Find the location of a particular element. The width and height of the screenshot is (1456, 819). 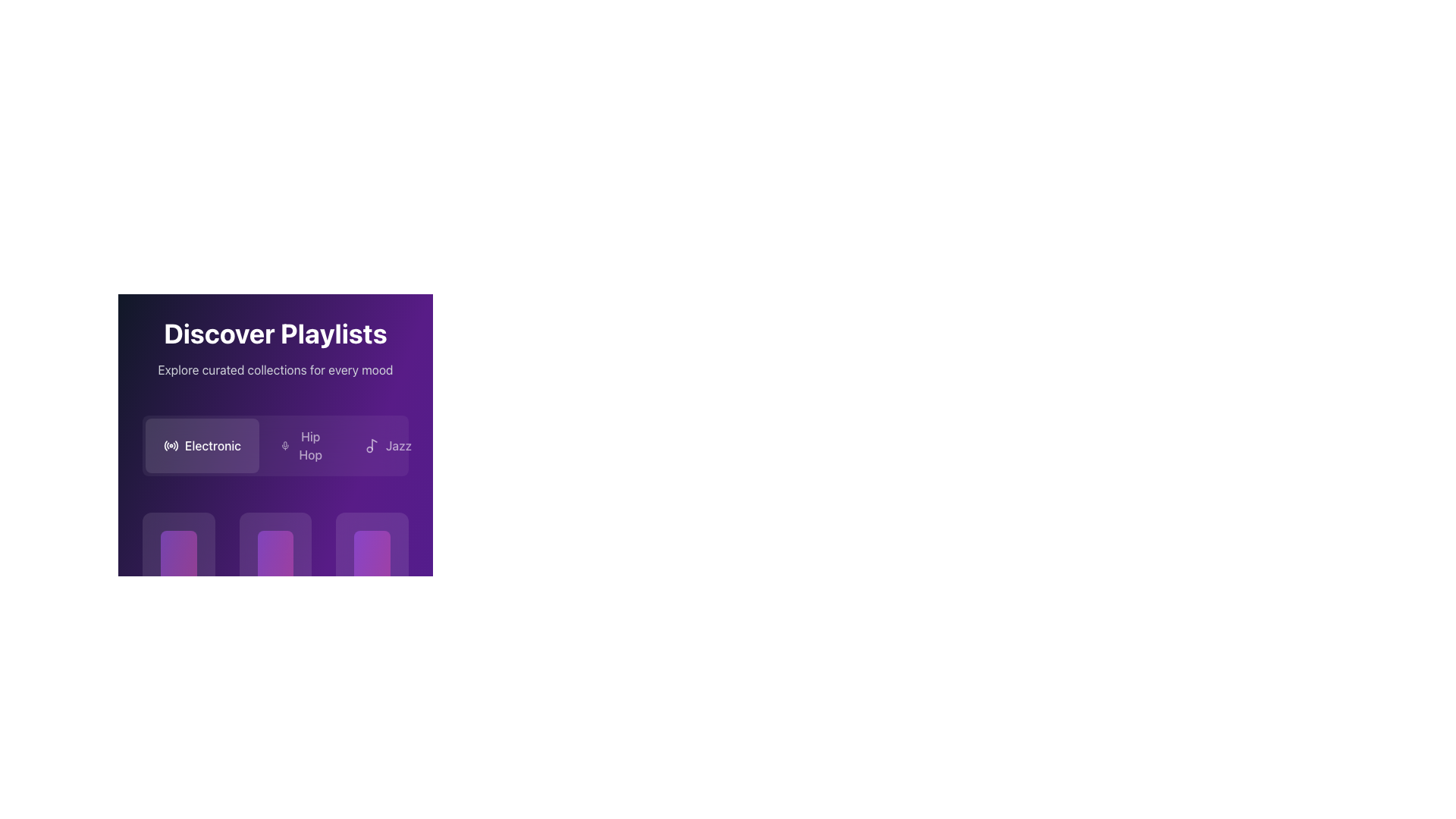

the 'Hip Hop' text label is located at coordinates (309, 444).